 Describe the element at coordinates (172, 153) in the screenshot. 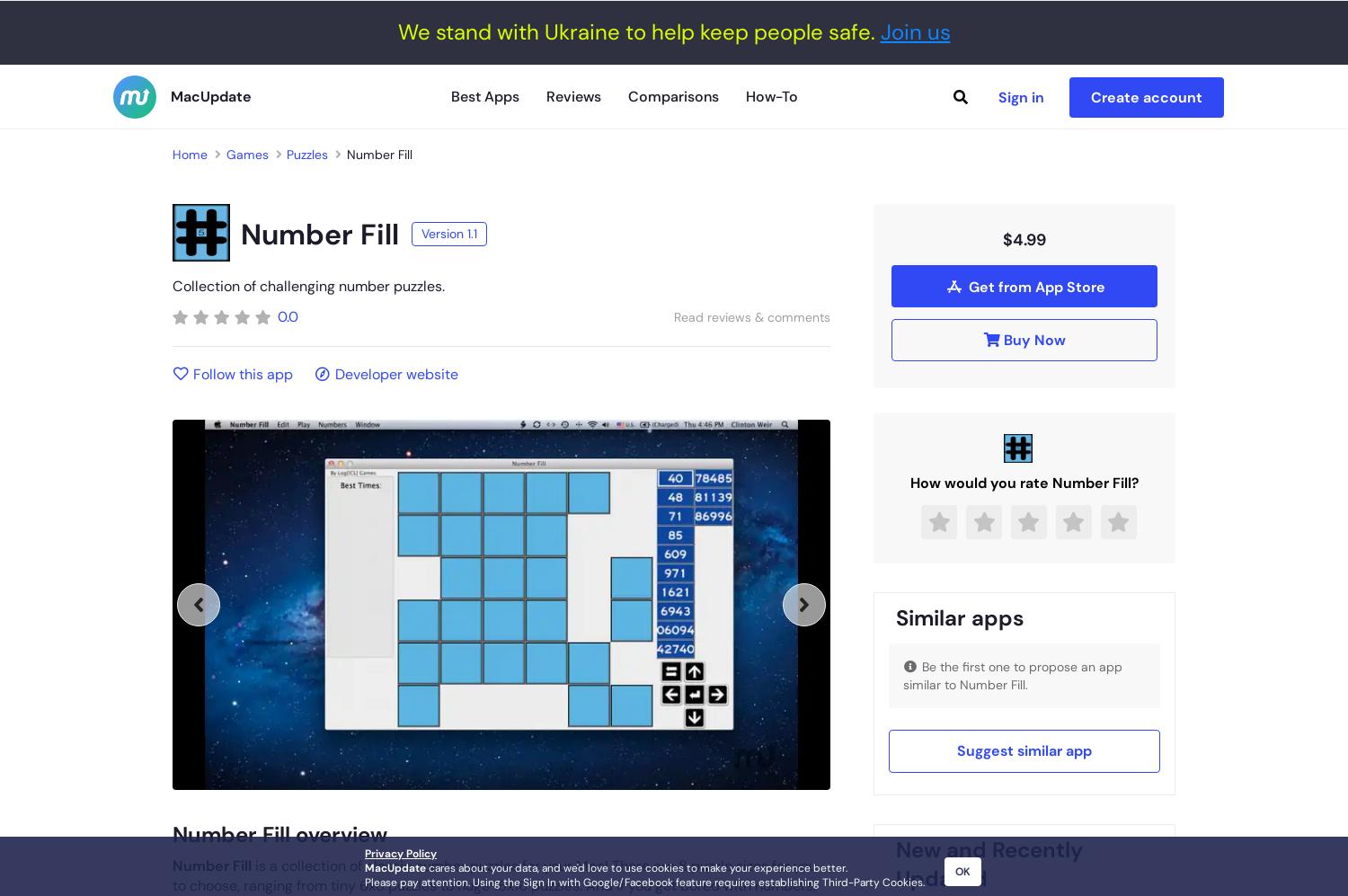

I see `'Home'` at that location.